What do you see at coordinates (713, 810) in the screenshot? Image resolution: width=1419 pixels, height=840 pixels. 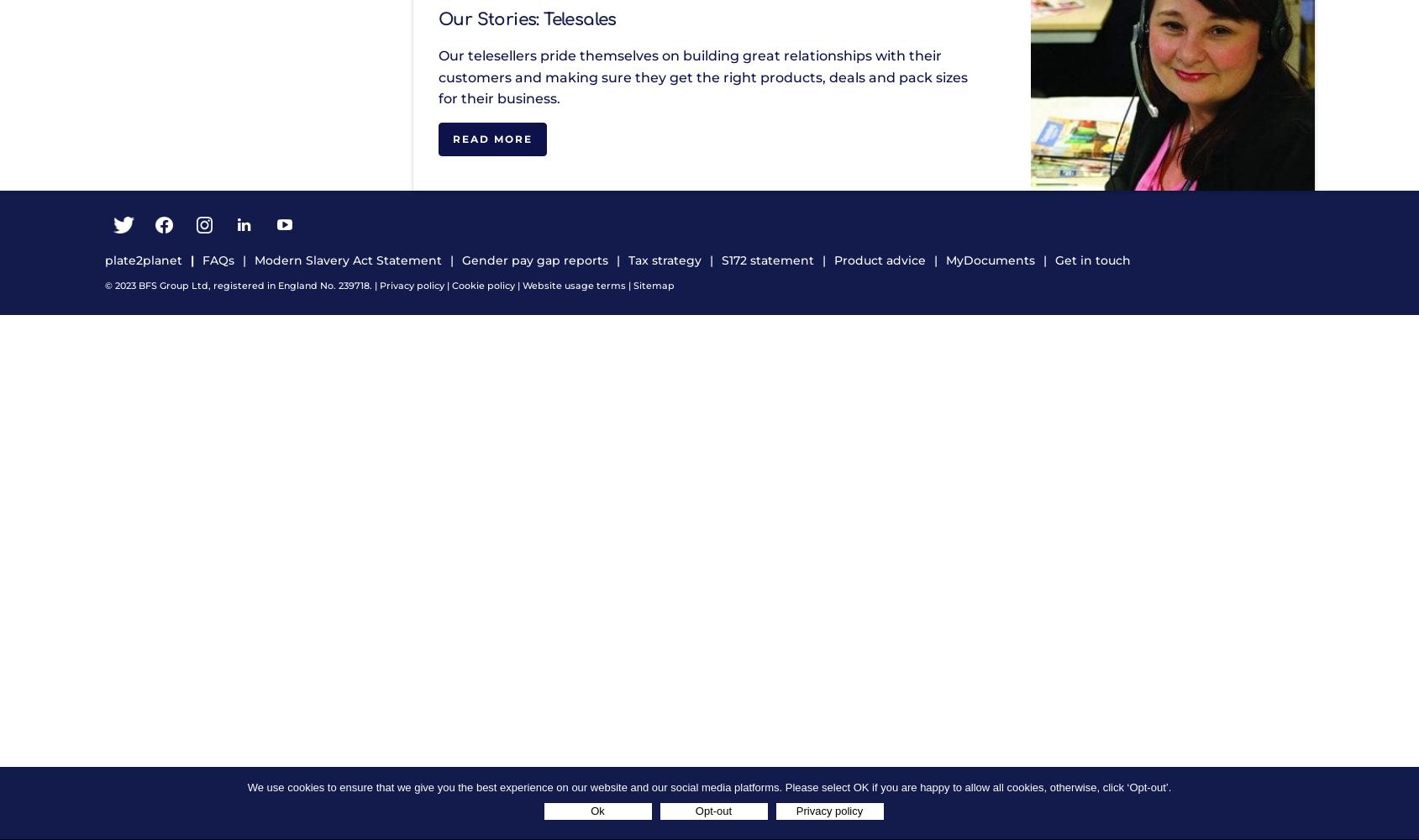 I see `'Opt-out'` at bounding box center [713, 810].